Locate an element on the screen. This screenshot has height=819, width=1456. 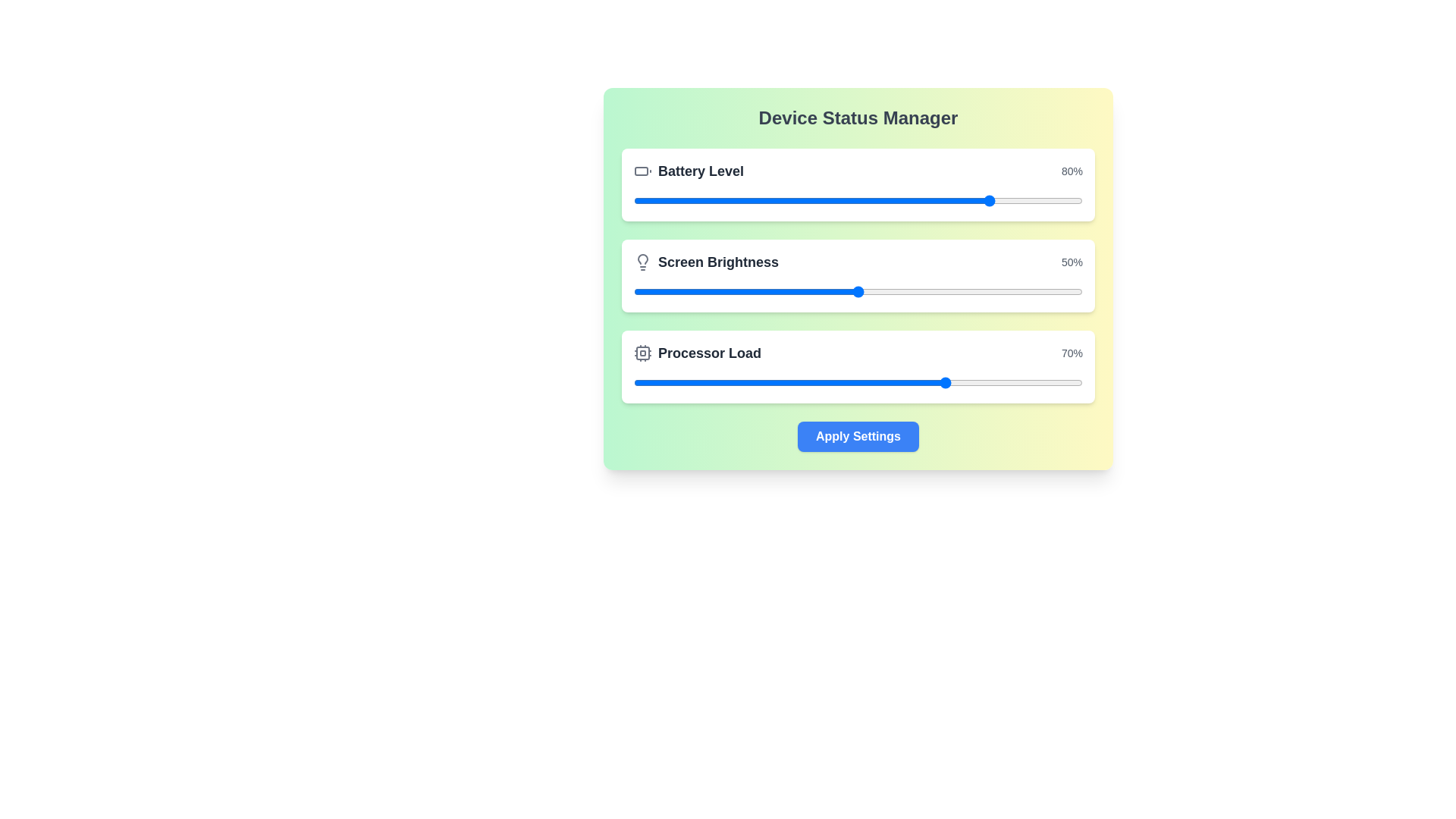
the battery level slider is located at coordinates (795, 200).